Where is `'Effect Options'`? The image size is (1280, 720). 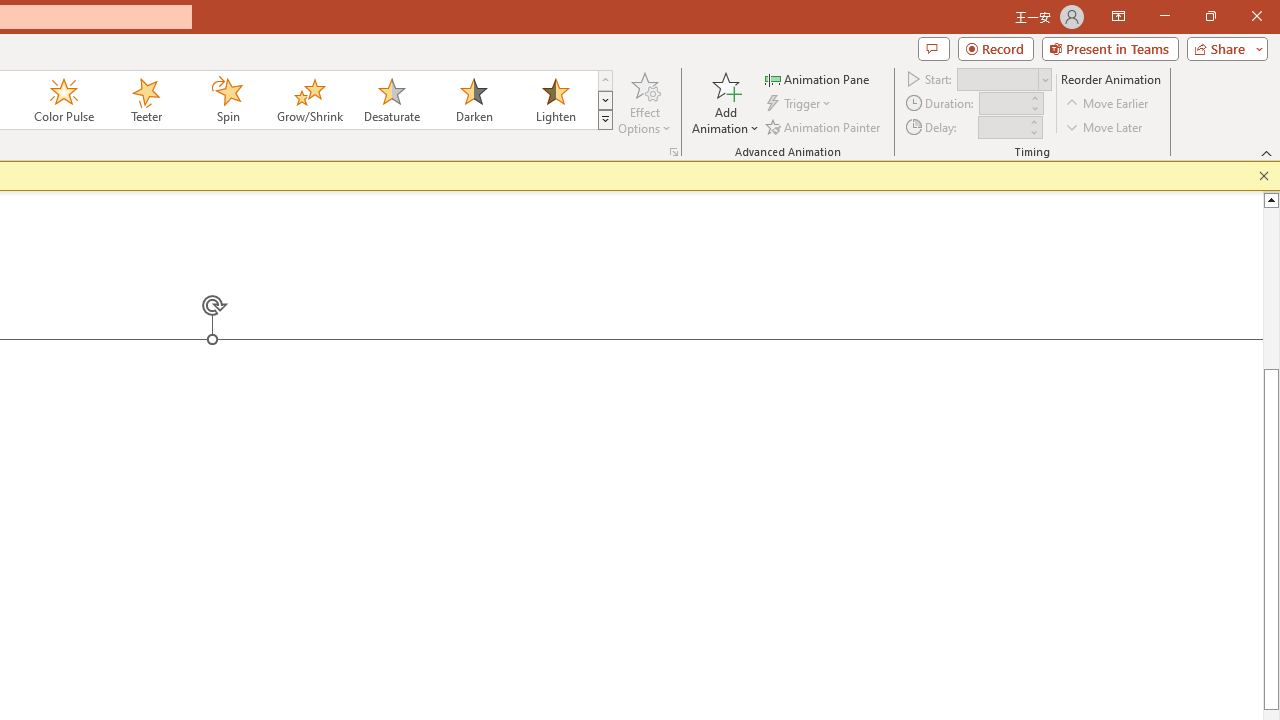 'Effect Options' is located at coordinates (645, 103).